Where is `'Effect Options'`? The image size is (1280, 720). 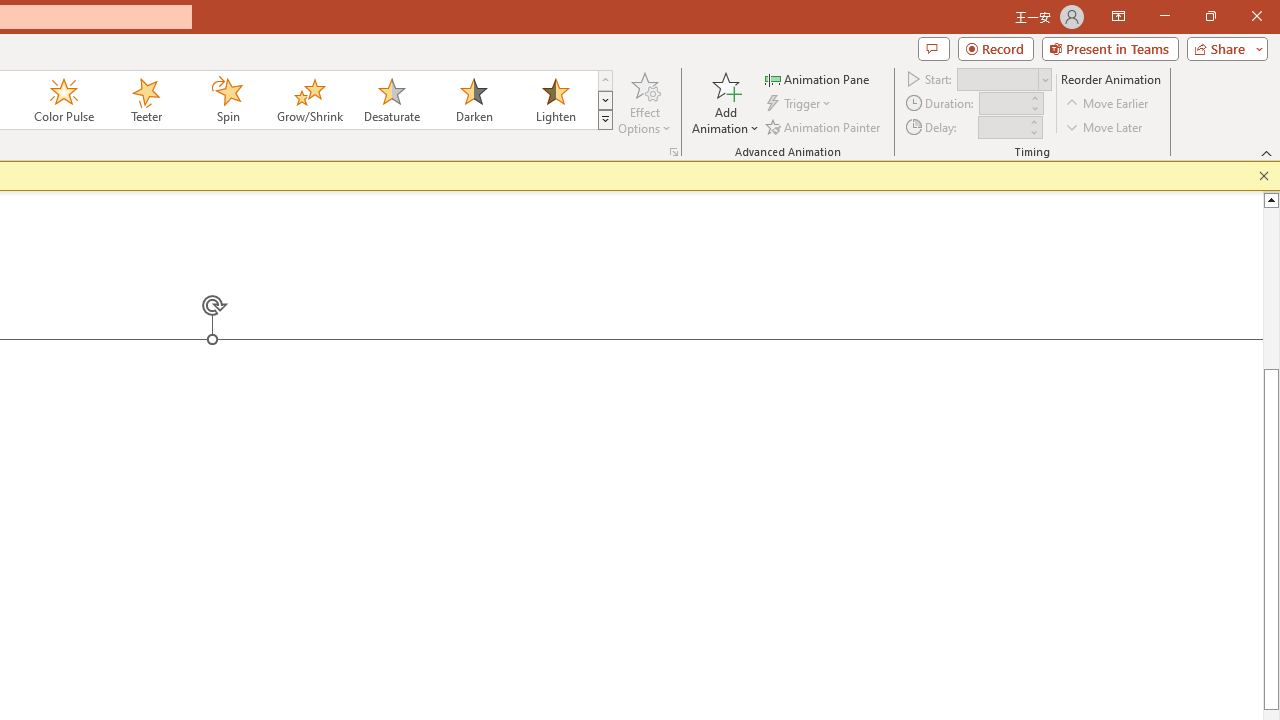 'Effect Options' is located at coordinates (645, 103).